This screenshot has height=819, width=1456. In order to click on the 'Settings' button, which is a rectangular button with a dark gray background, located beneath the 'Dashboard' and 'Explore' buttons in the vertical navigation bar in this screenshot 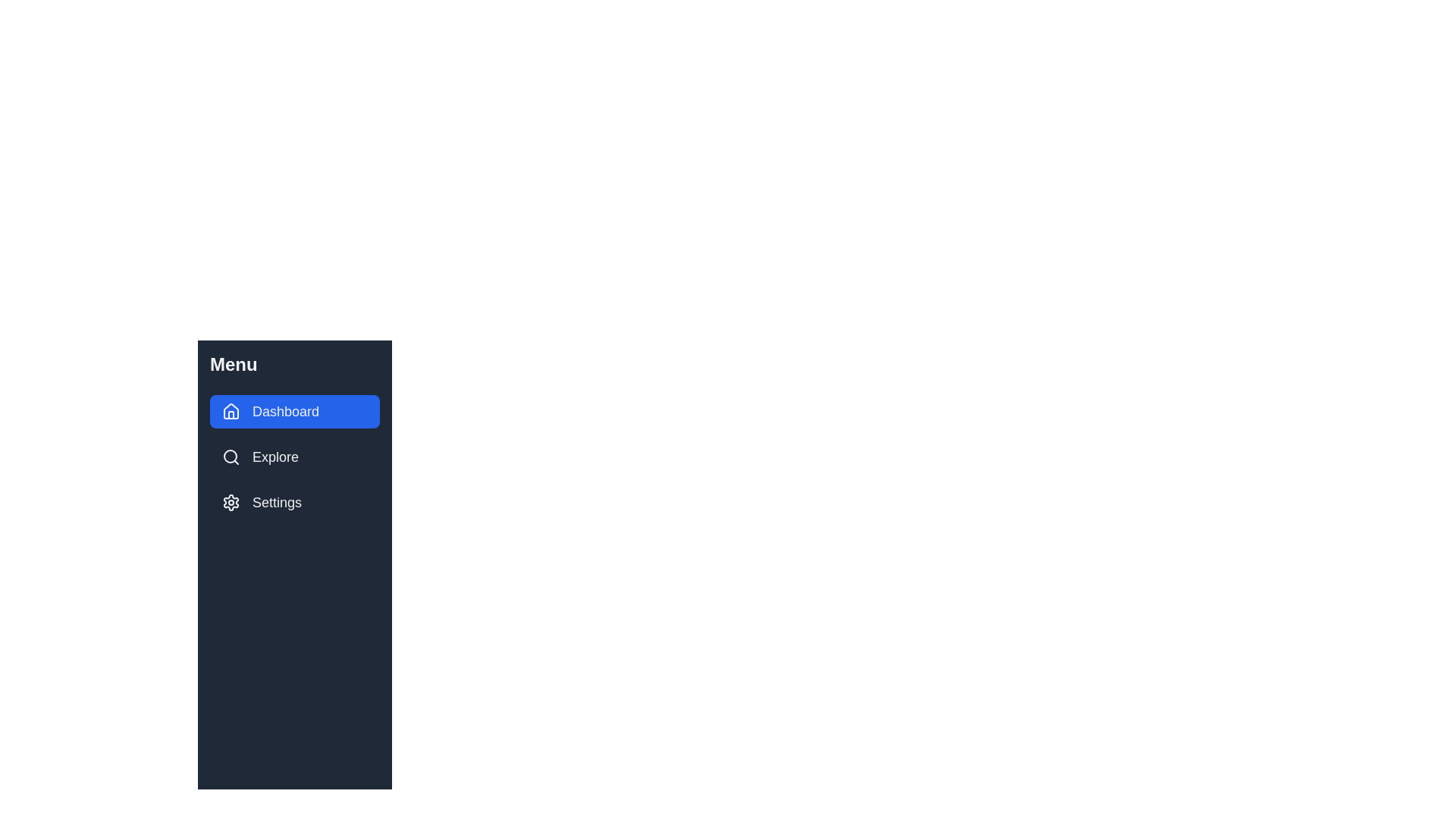, I will do `click(294, 503)`.